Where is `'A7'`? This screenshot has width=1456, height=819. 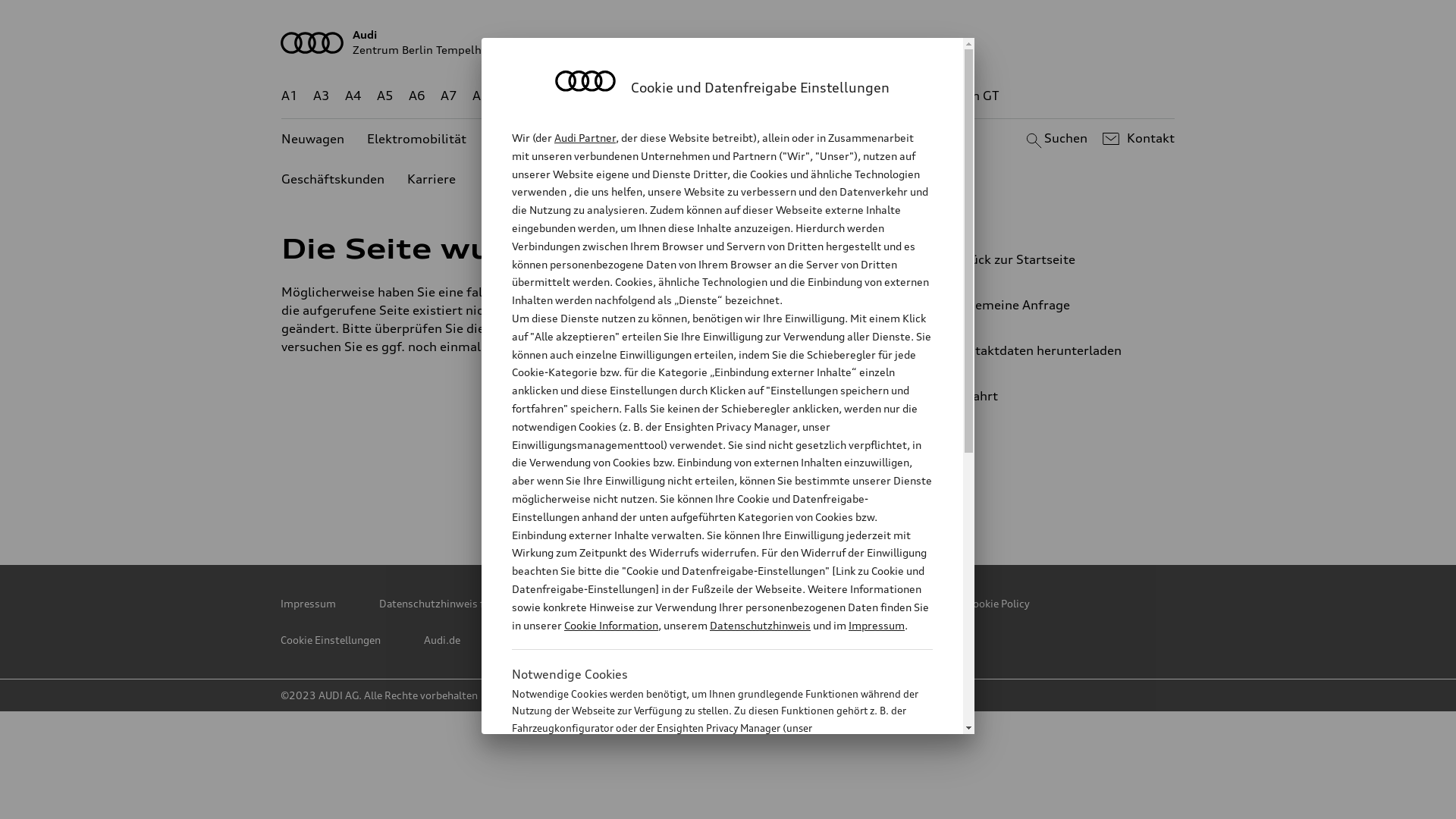 'A7' is located at coordinates (447, 96).